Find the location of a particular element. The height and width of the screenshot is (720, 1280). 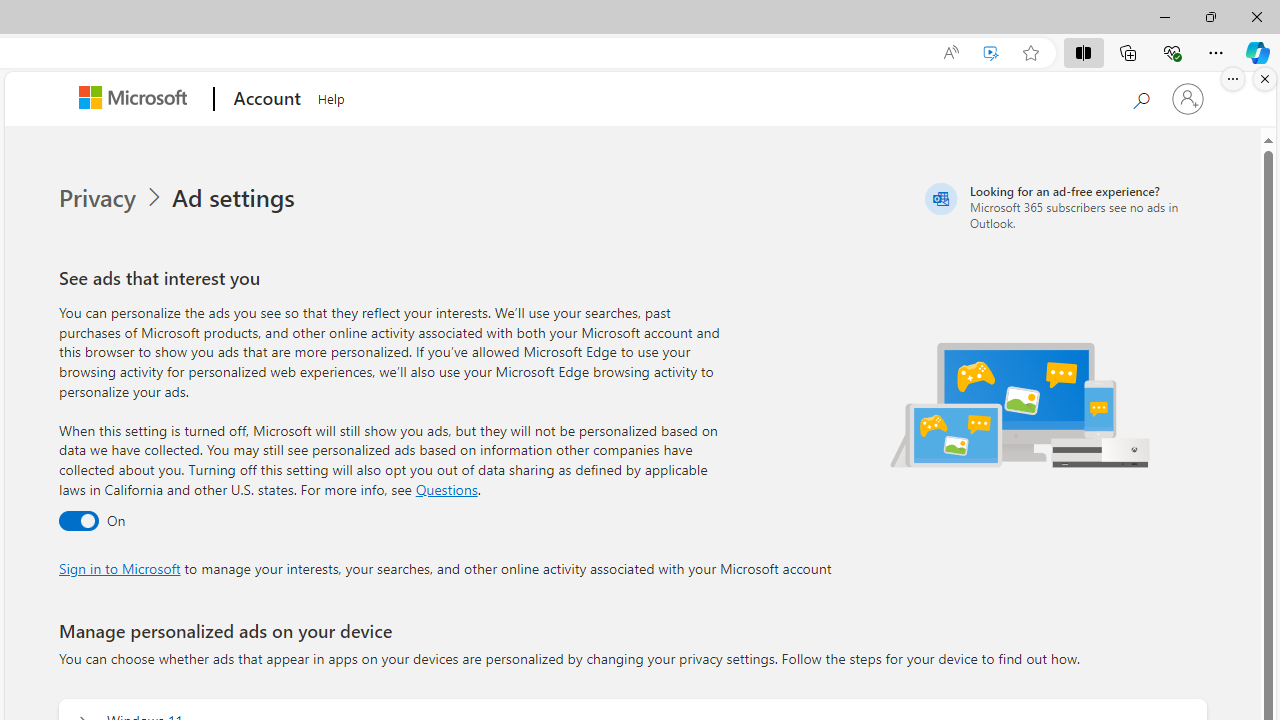

'Looking for an ad-free experience?' is located at coordinates (1062, 206).